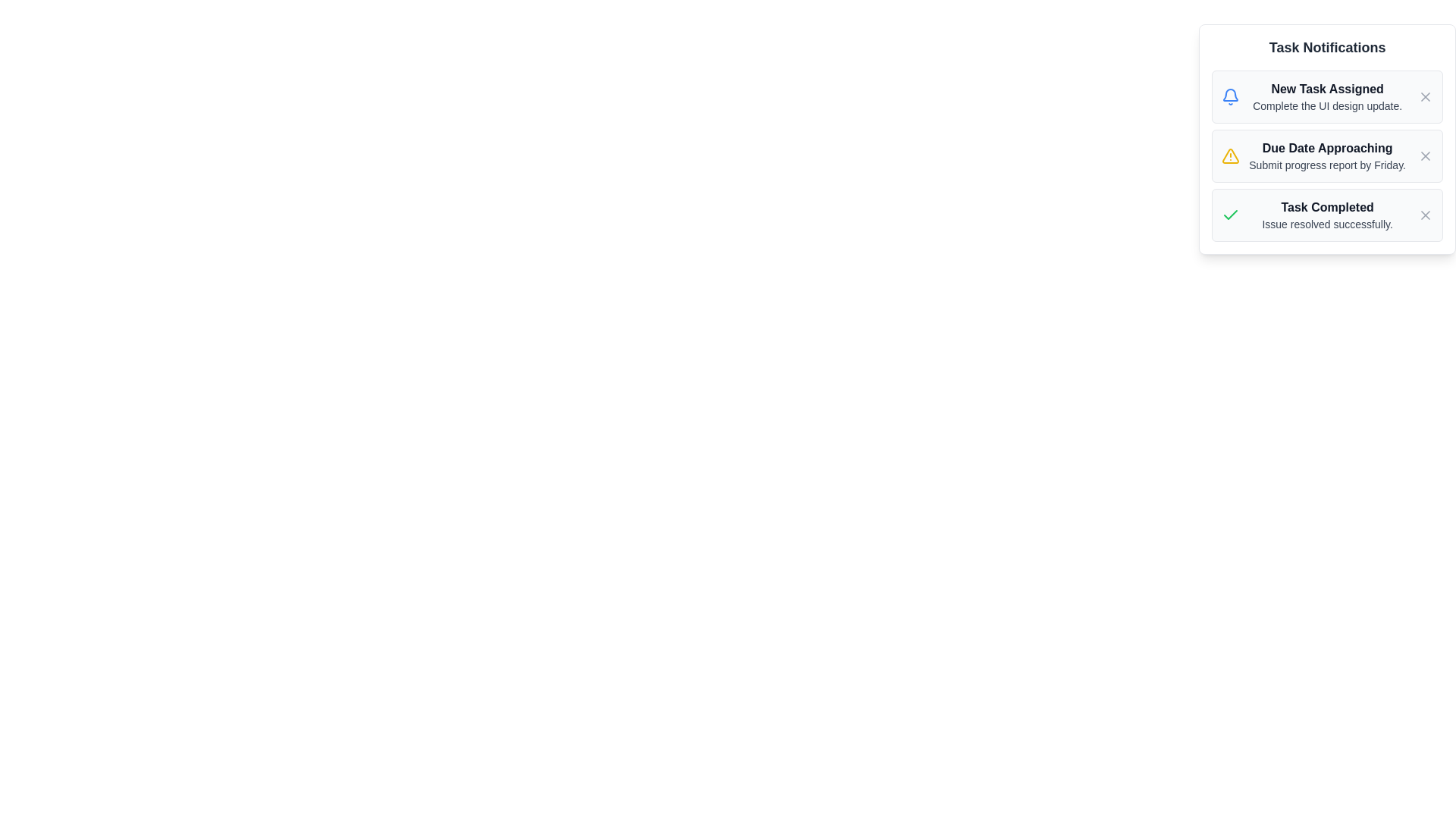 The height and width of the screenshot is (819, 1456). Describe the element at coordinates (1231, 95) in the screenshot. I see `the bottom flared portion of the bell icon, which is part of a vector graphic functioning as a notification indicator` at that location.